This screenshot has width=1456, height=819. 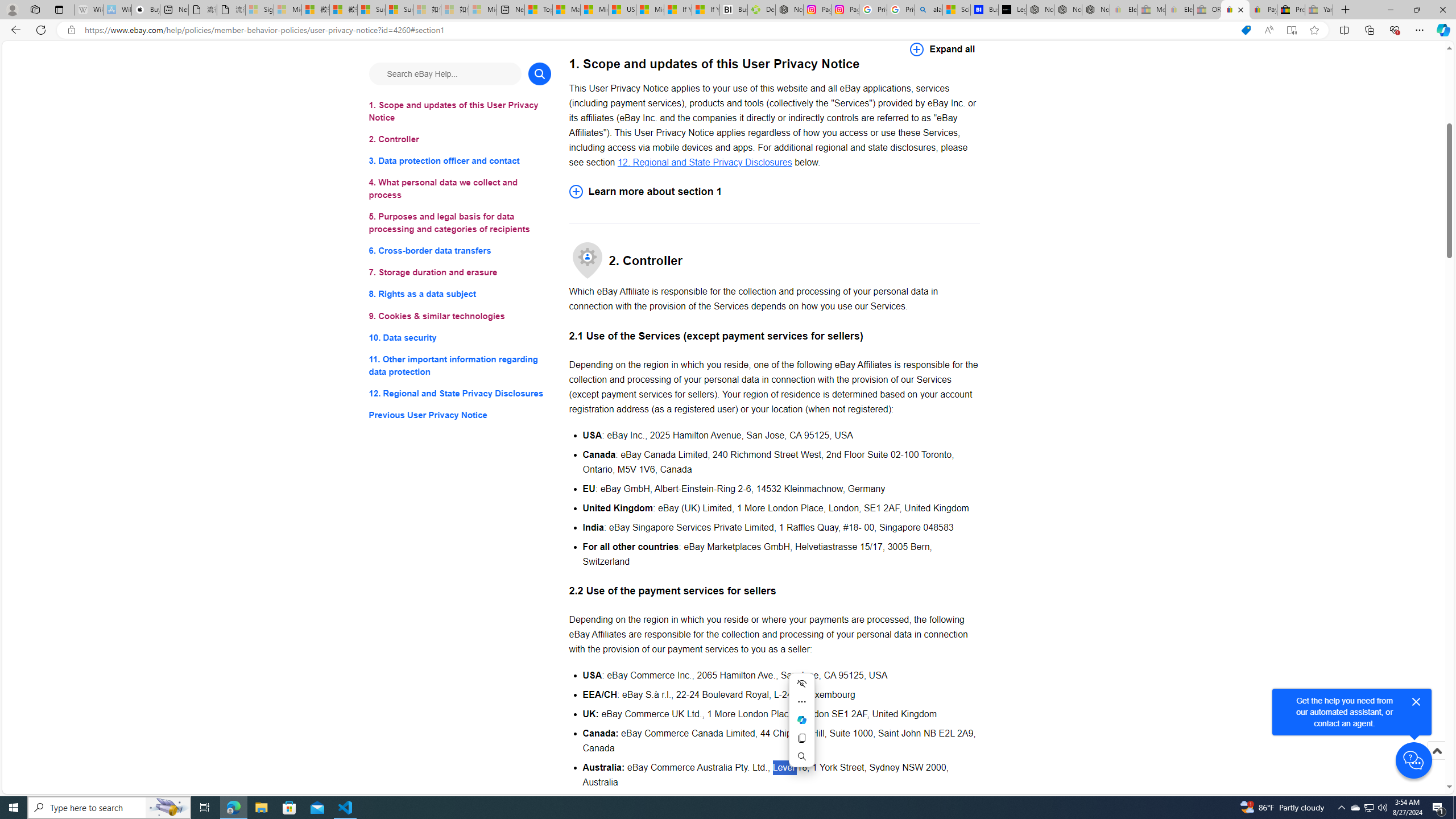 I want to click on 'Payments Terms of Use | eBay.com', so click(x=1262, y=9).